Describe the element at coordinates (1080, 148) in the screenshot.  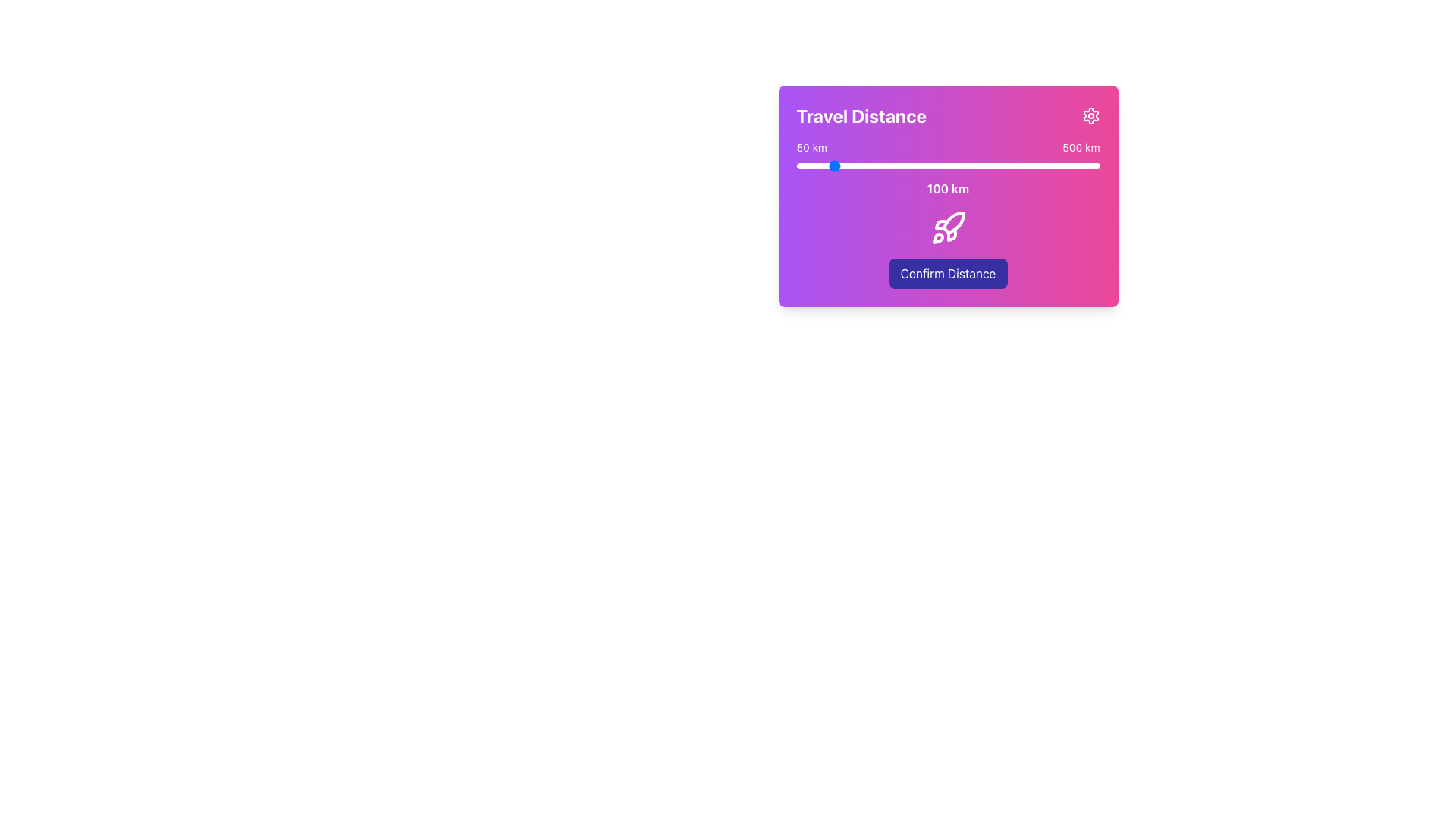
I see `the static text label displaying '500 km' in white font against a pink gradient background, located in the upper right corner of the 'Travel Distance' box` at that location.